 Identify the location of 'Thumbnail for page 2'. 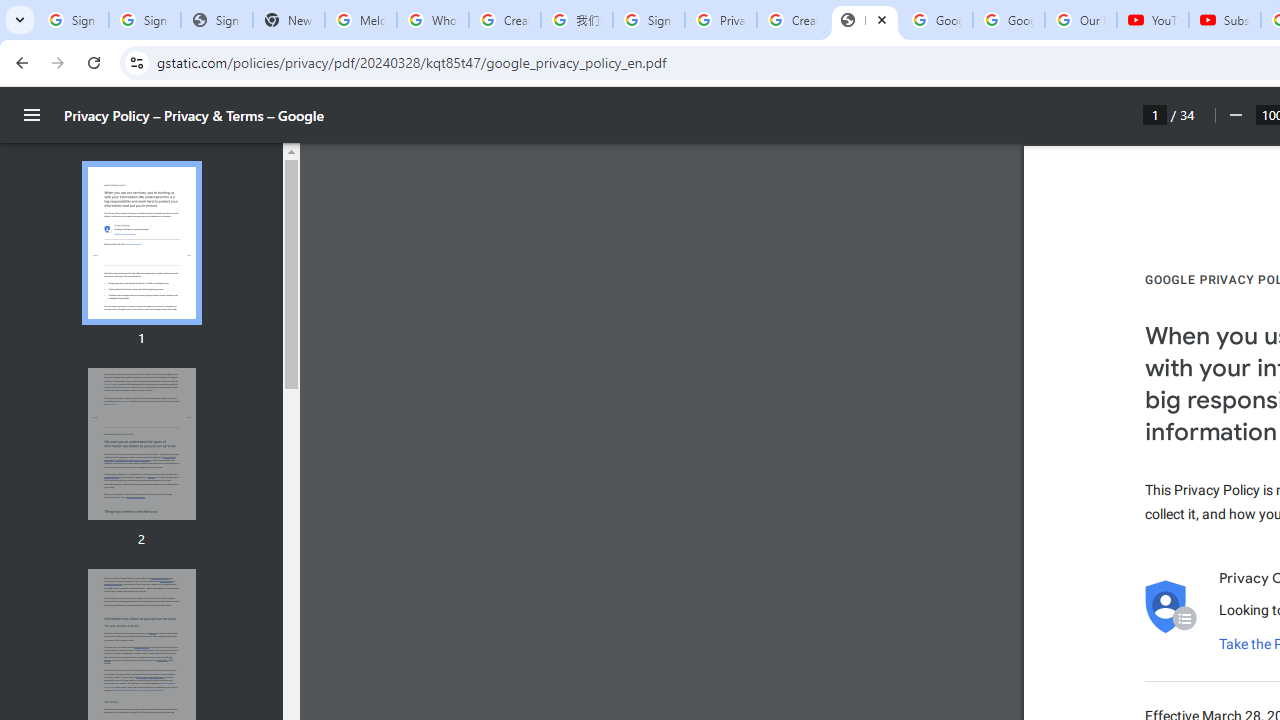
(140, 443).